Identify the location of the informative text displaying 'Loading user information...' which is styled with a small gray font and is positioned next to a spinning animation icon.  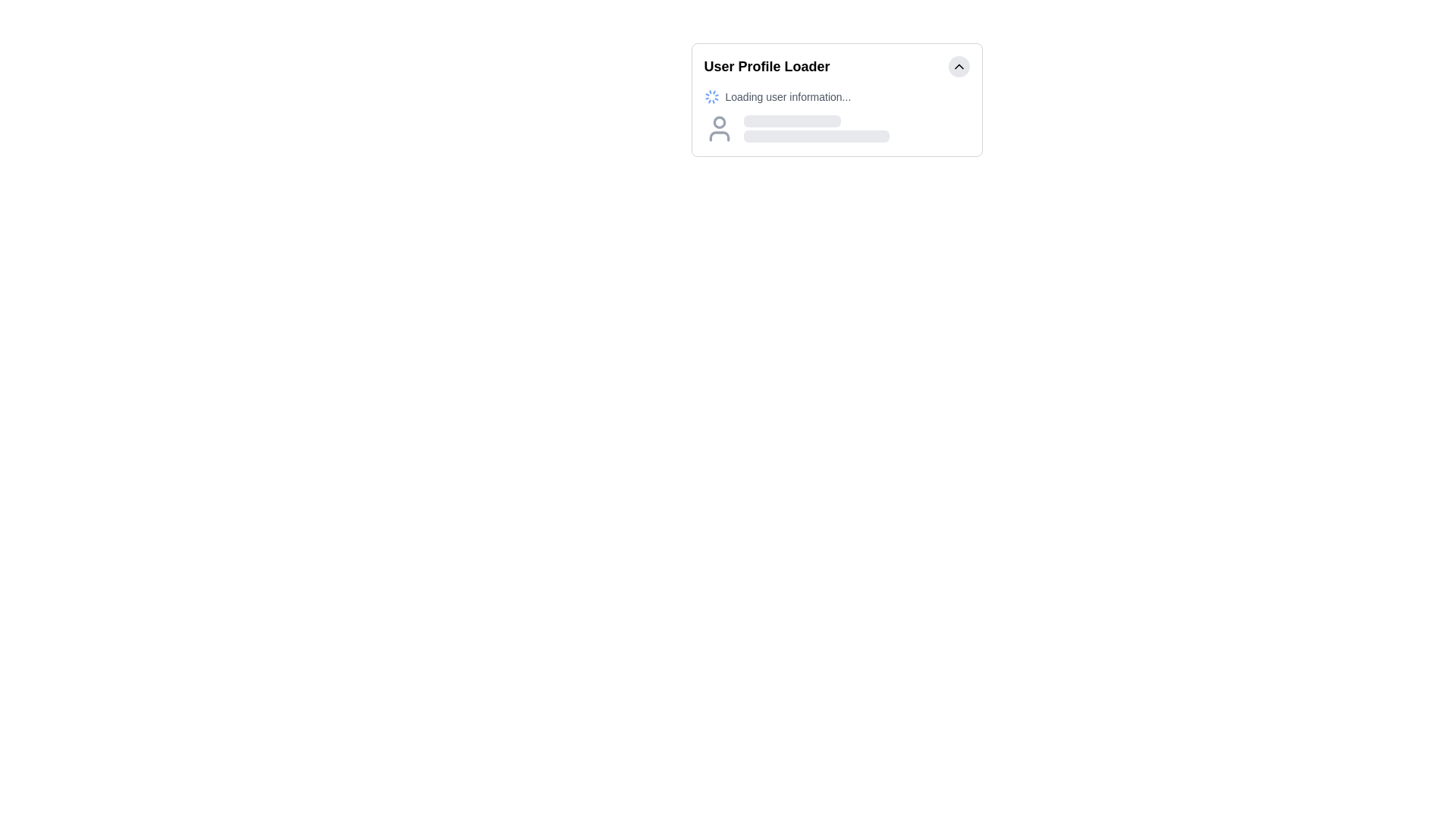
(788, 96).